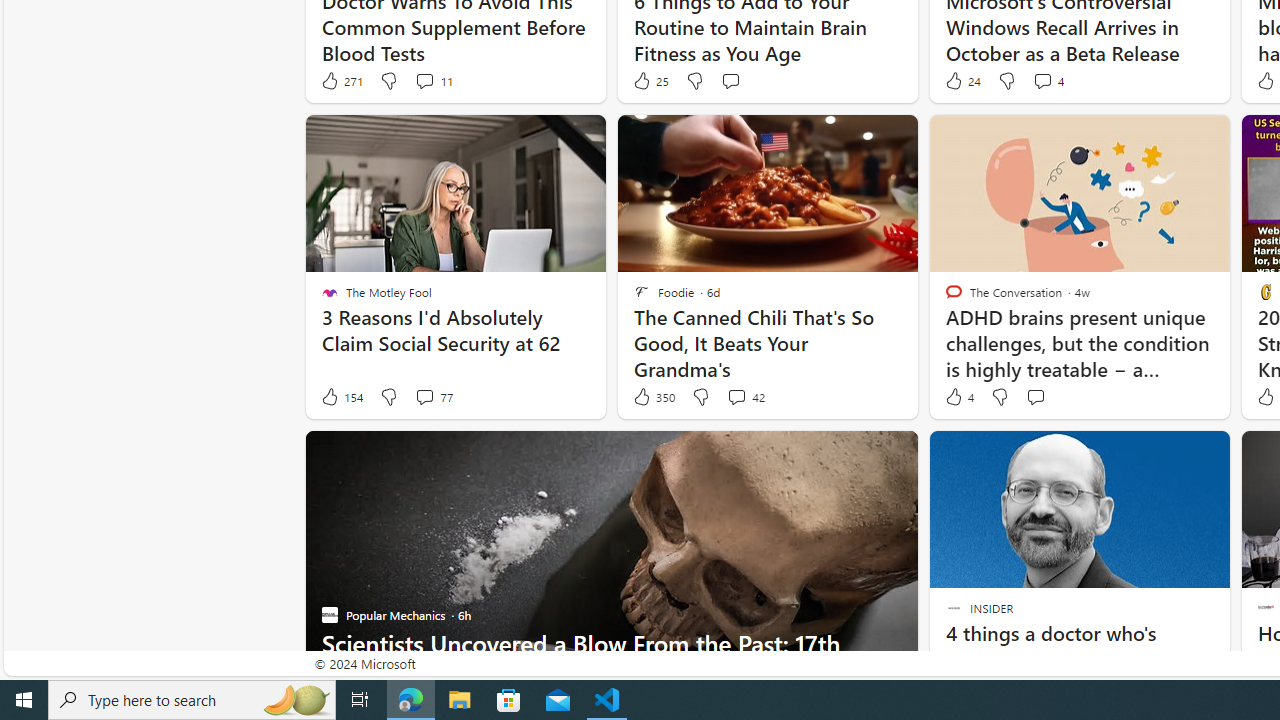  I want to click on '350 Like', so click(653, 397).